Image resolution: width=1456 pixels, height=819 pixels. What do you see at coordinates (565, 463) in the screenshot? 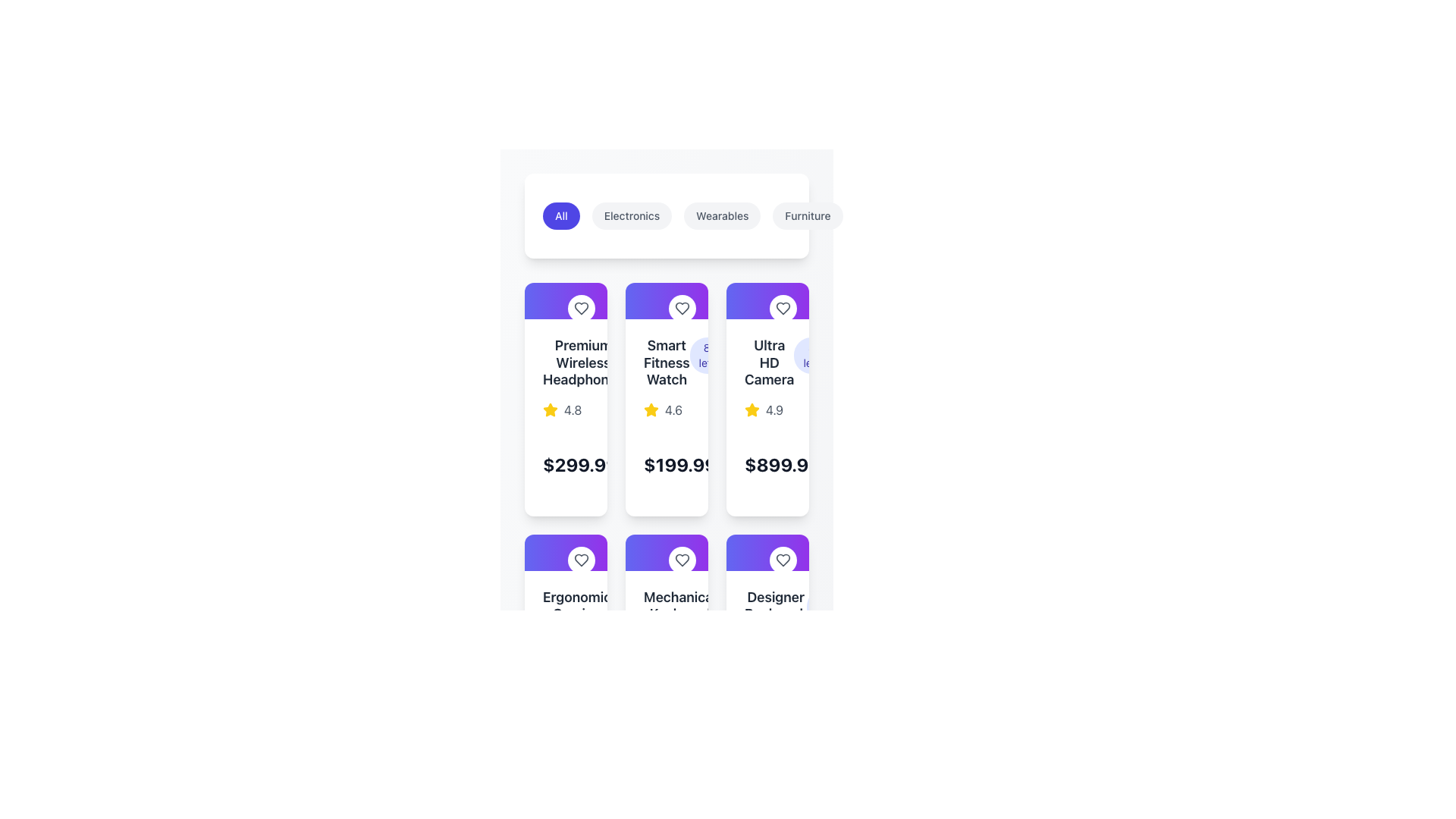
I see `price information displayed in the bold, large font format located below the rating indicator in the 'Premium Wireless Headphones' product card` at bounding box center [565, 463].